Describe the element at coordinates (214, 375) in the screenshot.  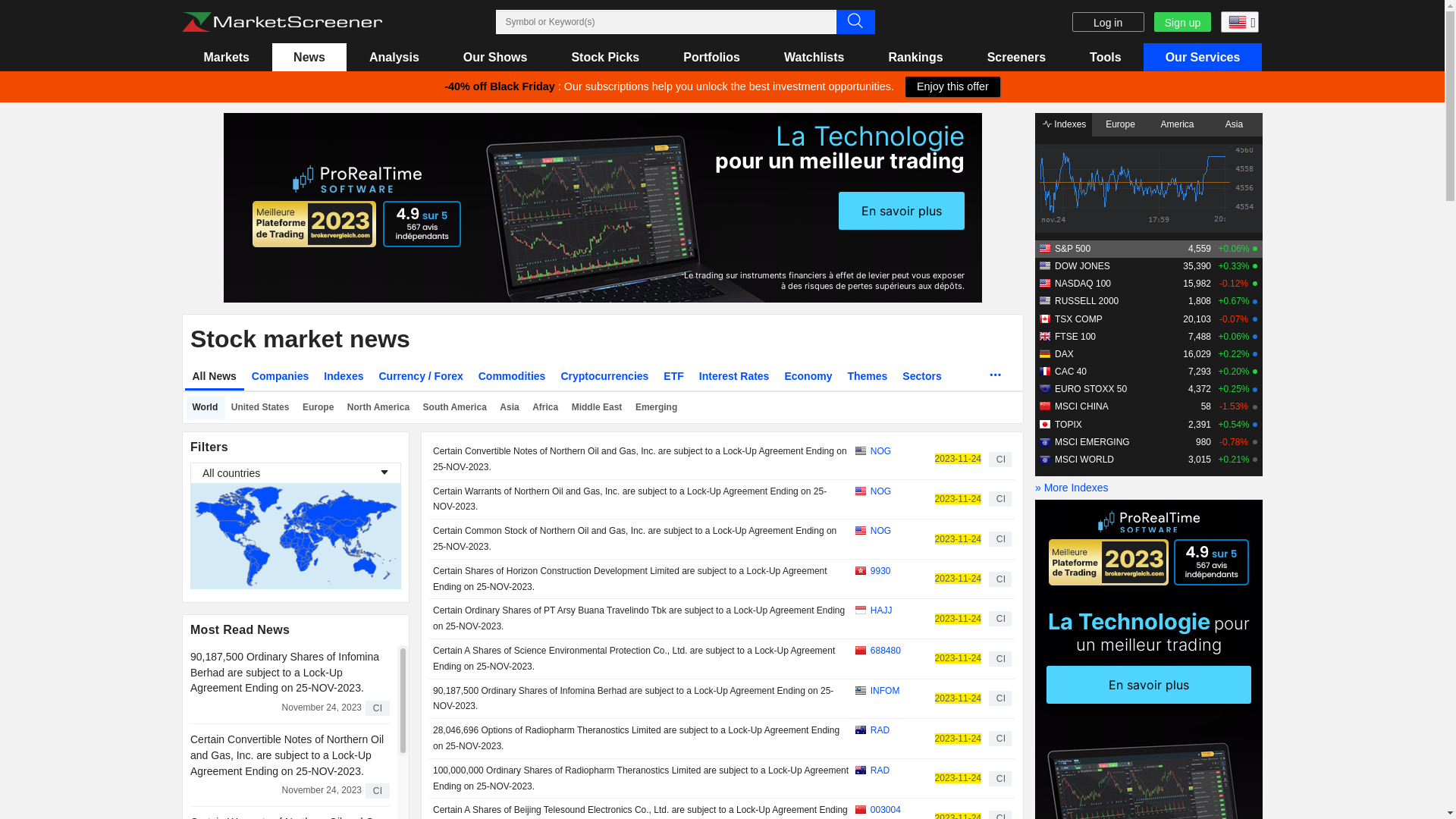
I see `'All News'` at that location.